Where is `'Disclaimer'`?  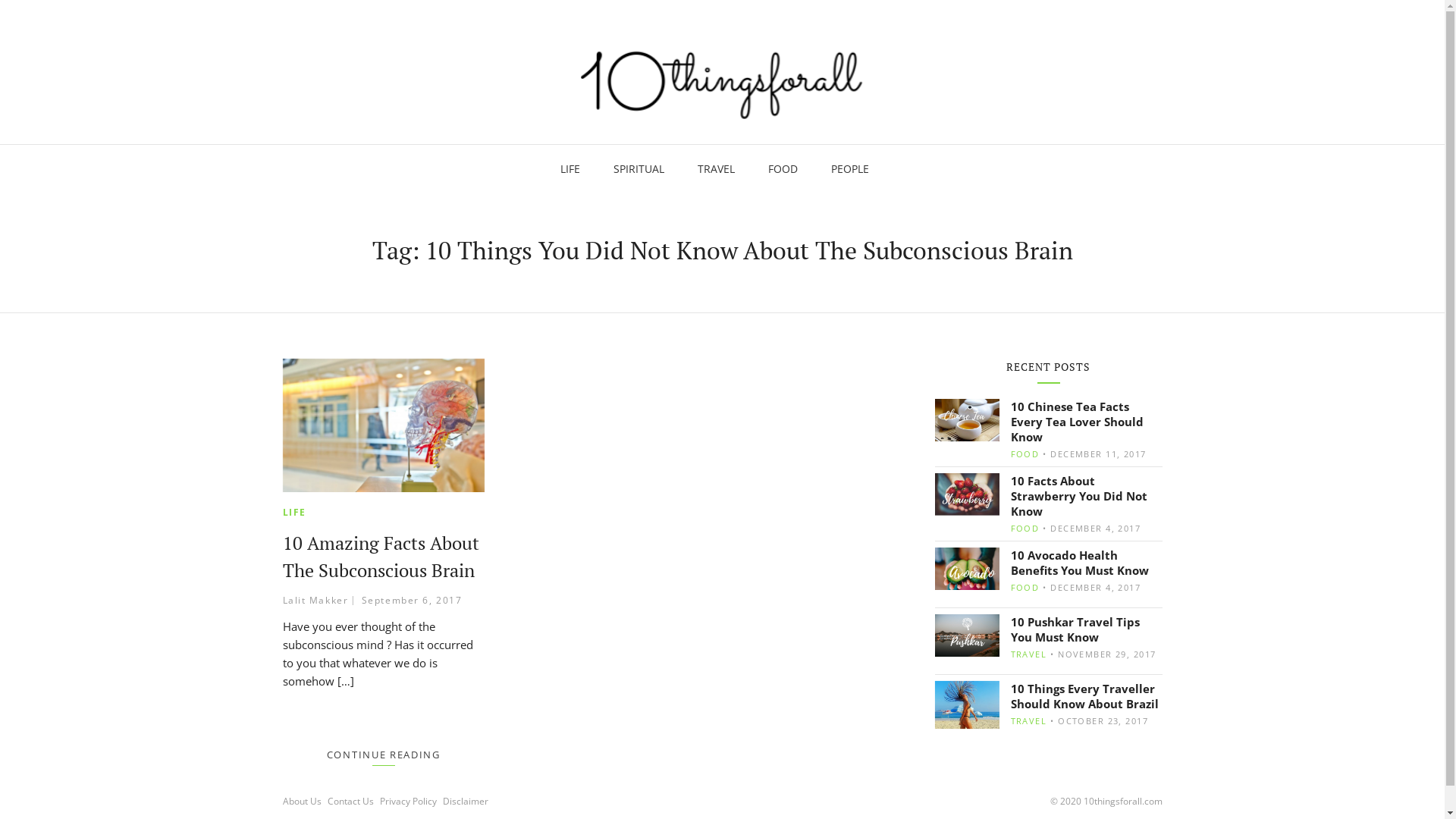
'Disclaimer' is located at coordinates (442, 800).